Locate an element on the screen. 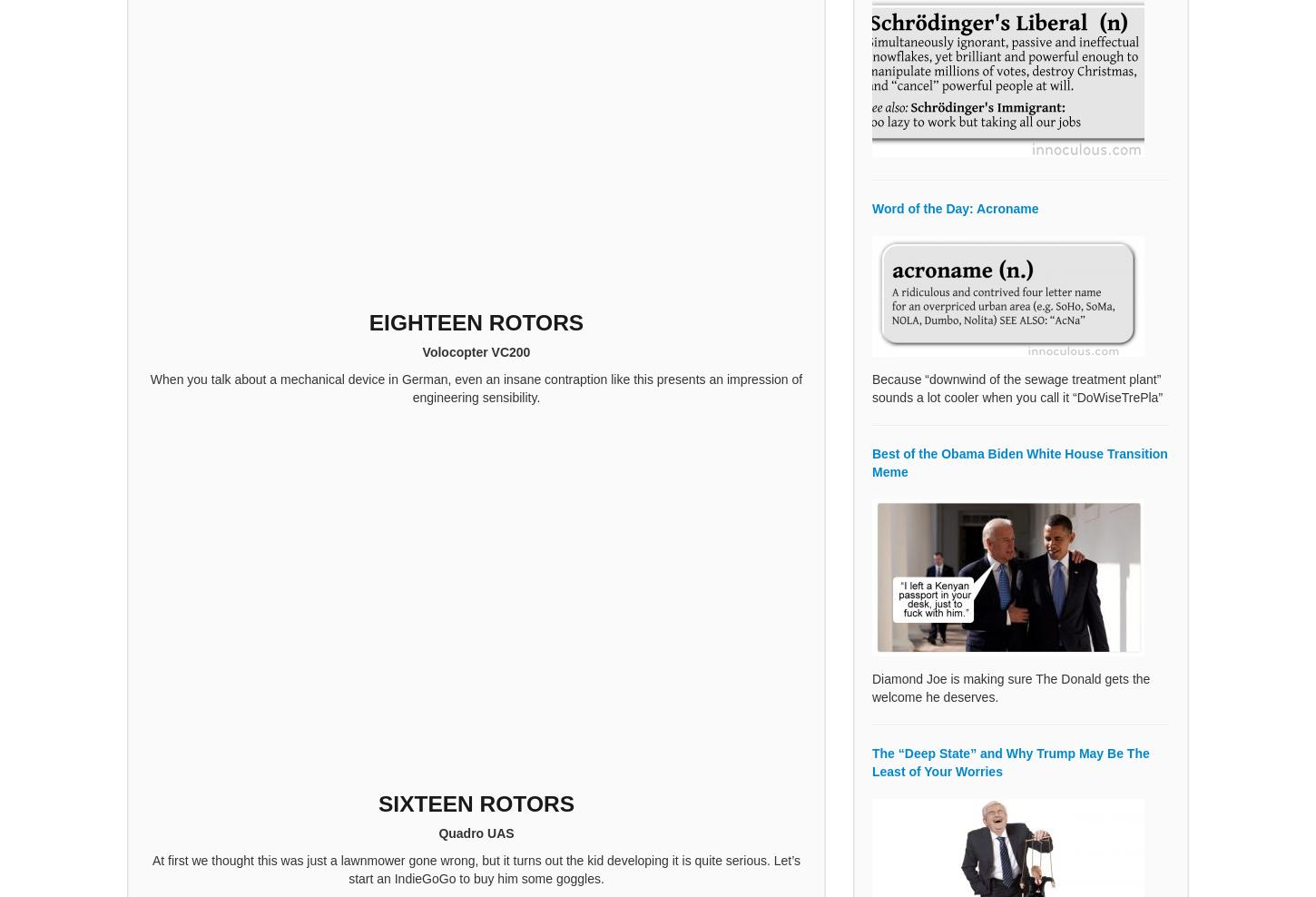  'EIGHTEEN ROTORS' is located at coordinates (476, 322).